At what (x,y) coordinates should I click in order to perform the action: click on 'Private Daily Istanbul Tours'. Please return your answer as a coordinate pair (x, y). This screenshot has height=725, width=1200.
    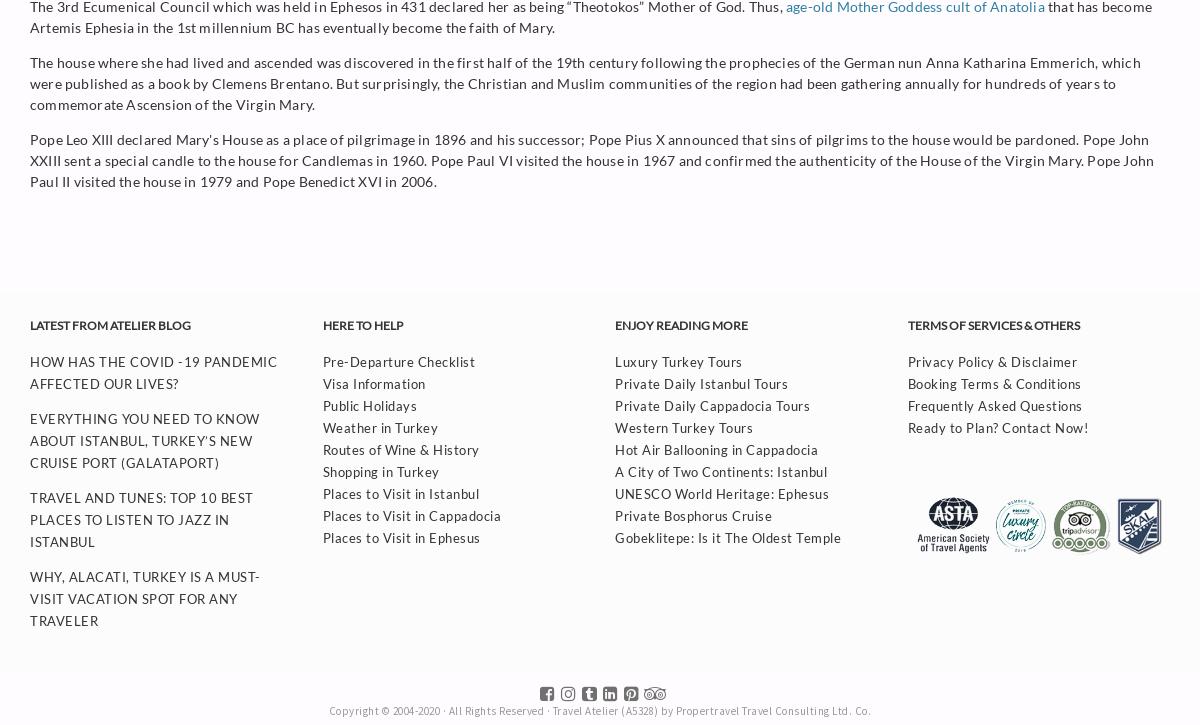
    Looking at the image, I should click on (701, 382).